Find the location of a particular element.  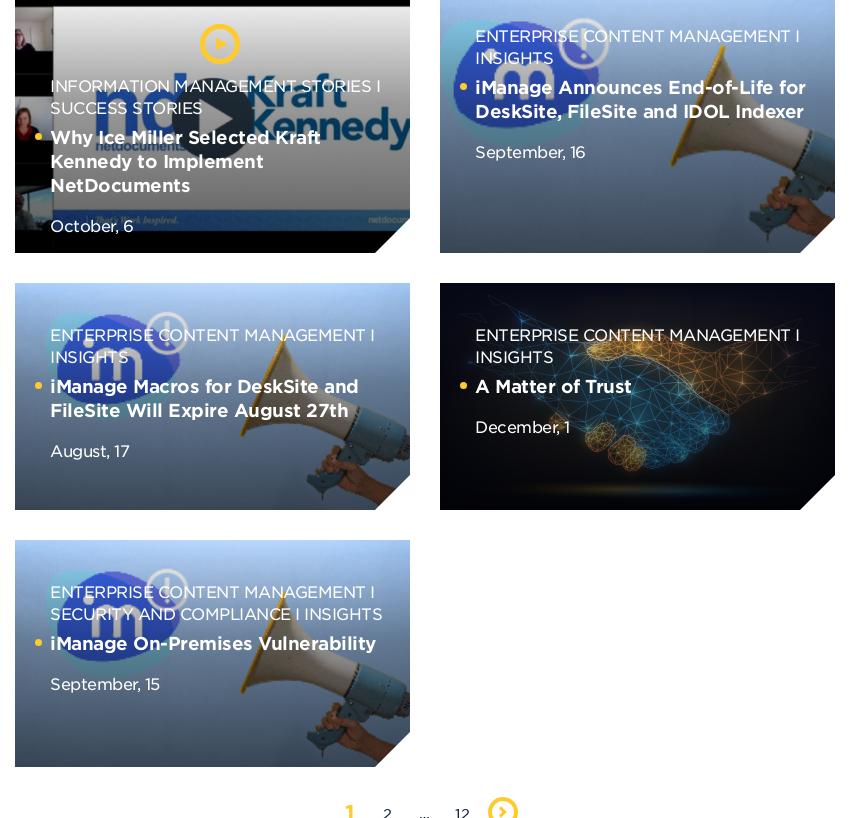

'October, 6' is located at coordinates (90, 225).